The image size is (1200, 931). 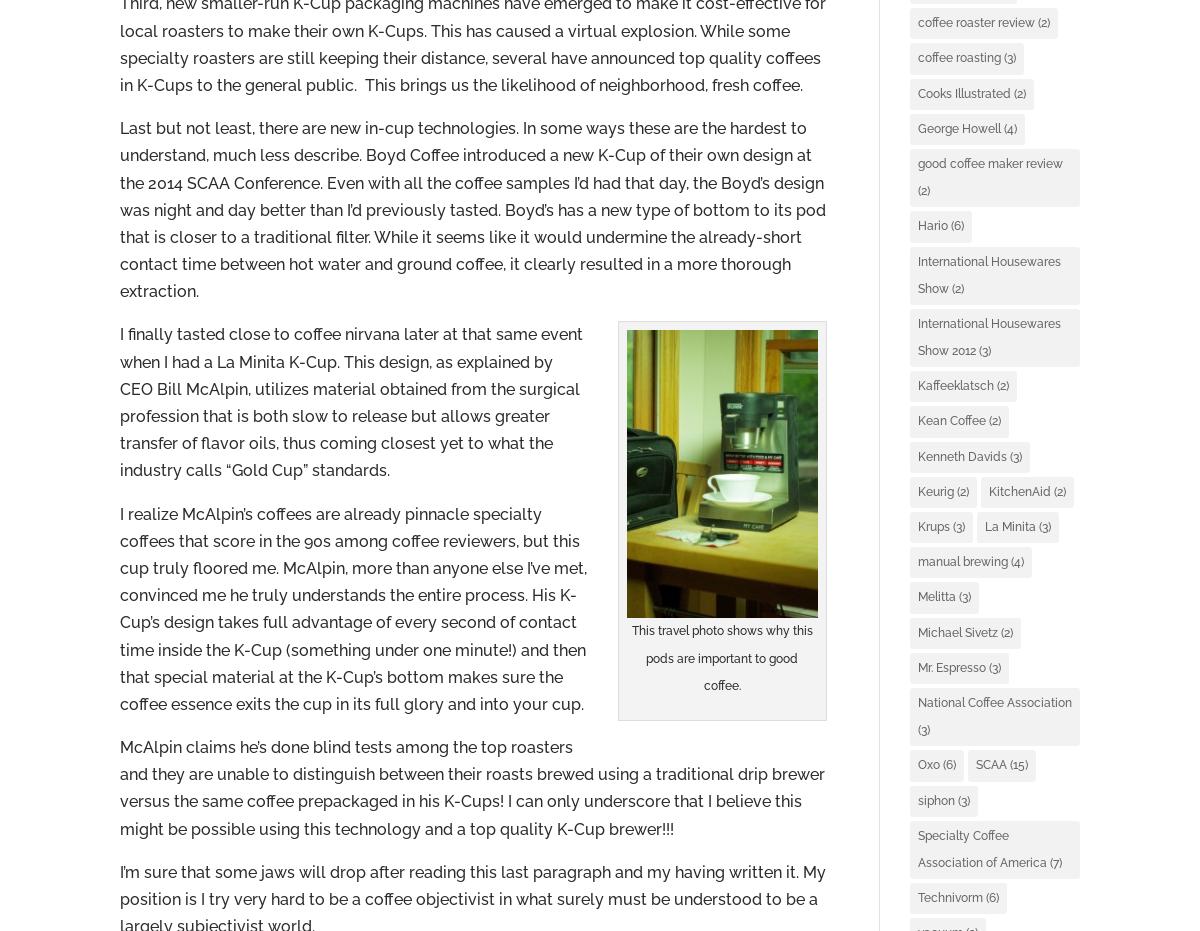 I want to click on 'Kenneth Davids', so click(x=917, y=455).